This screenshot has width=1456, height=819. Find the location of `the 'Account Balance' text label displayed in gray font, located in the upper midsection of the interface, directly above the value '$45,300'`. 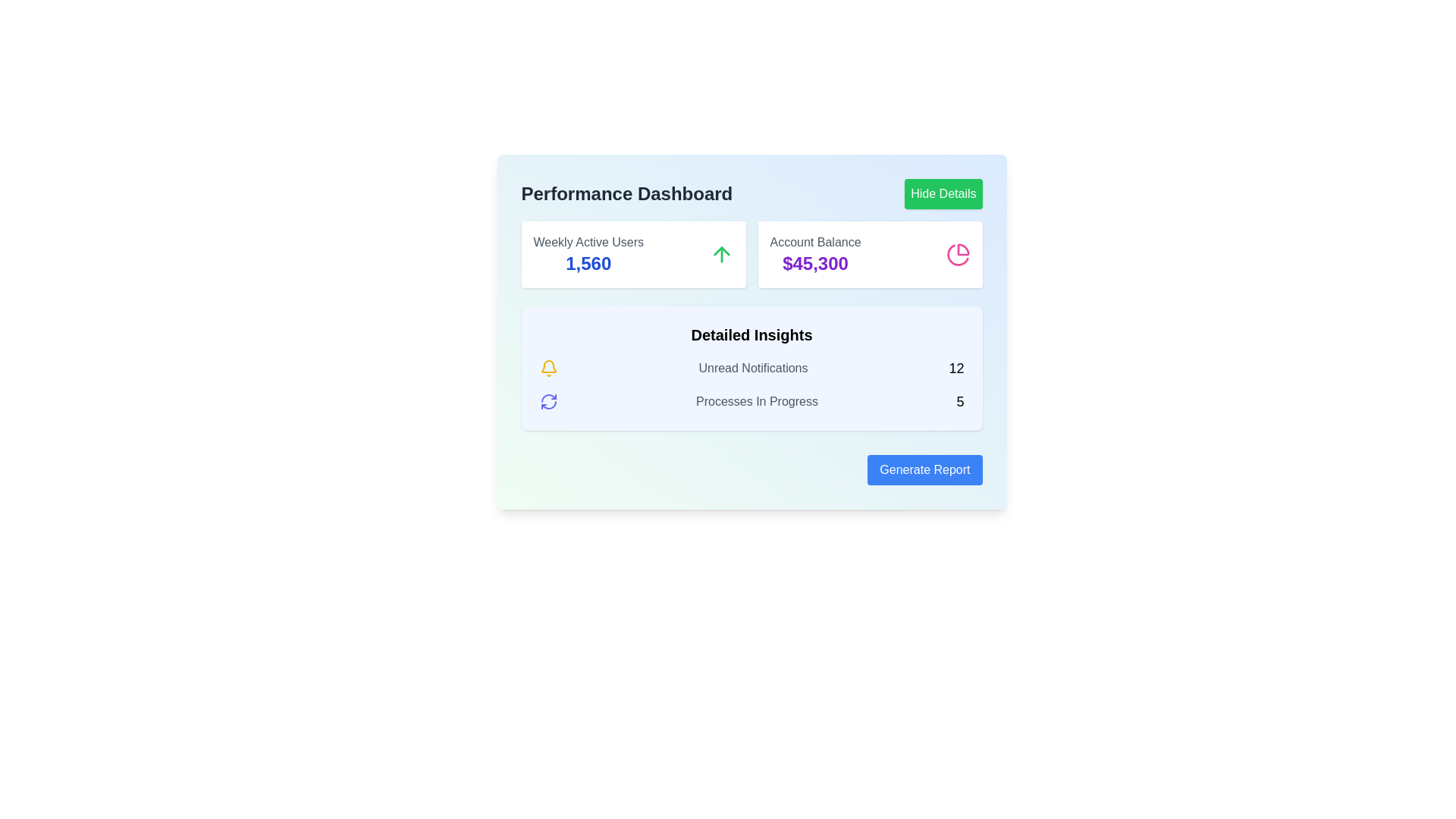

the 'Account Balance' text label displayed in gray font, located in the upper midsection of the interface, directly above the value '$45,300' is located at coordinates (814, 242).